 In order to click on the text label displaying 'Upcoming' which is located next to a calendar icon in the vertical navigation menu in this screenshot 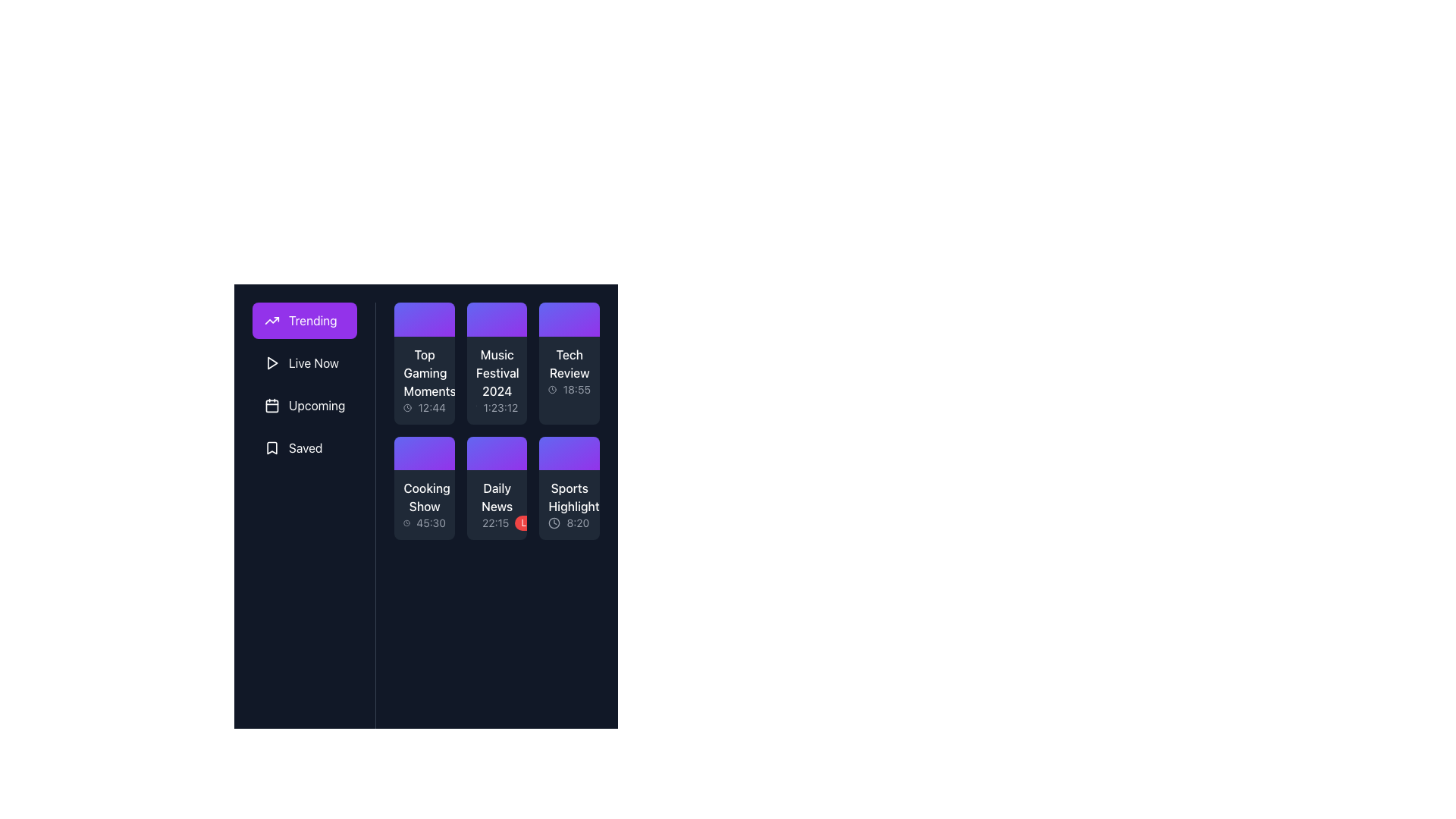, I will do `click(316, 405)`.